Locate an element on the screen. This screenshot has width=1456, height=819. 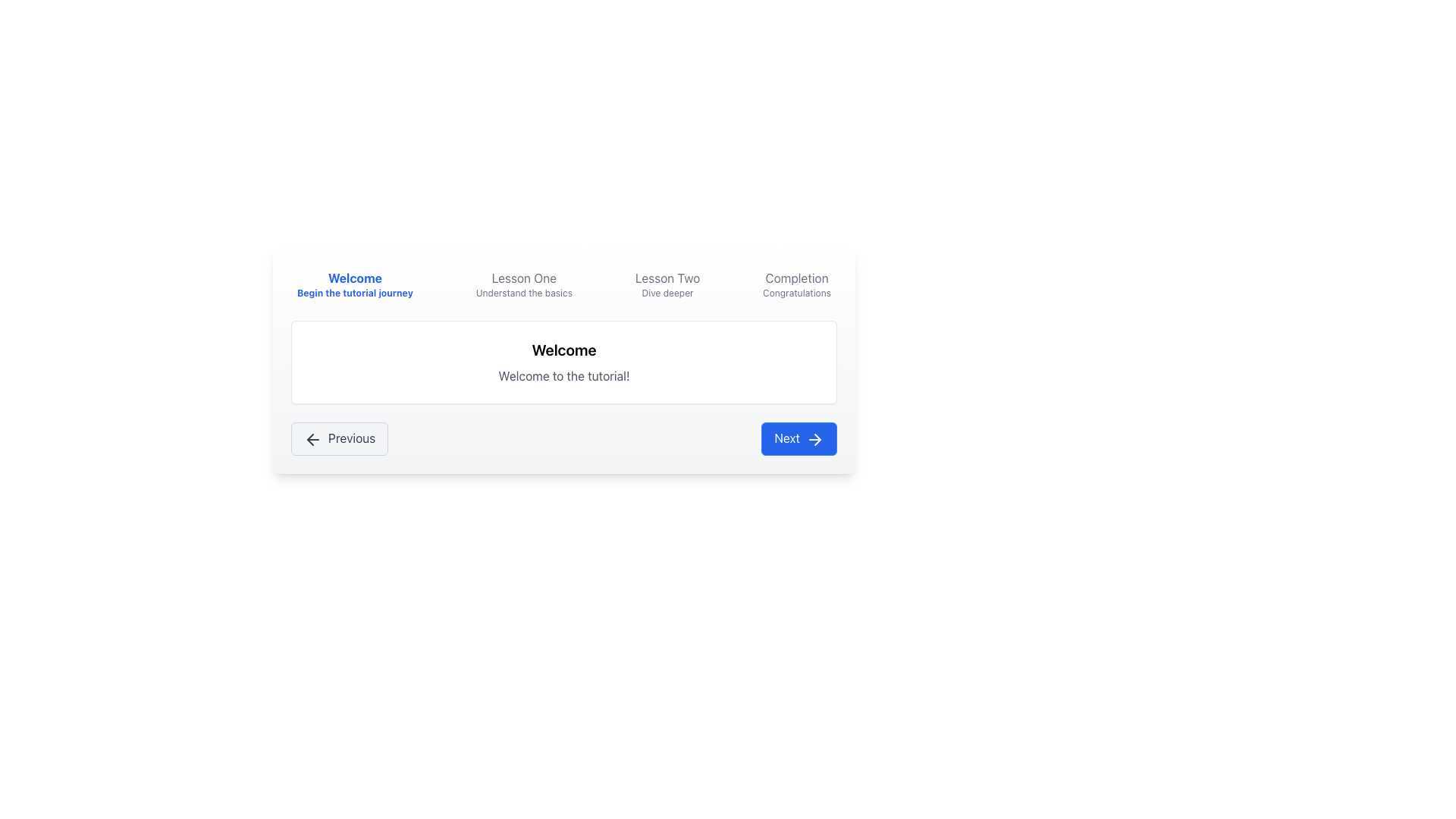
the text label displaying 'Lesson One', which is styled in gray and positioned above 'Understand the basics' in the menu listing lessons is located at coordinates (524, 278).